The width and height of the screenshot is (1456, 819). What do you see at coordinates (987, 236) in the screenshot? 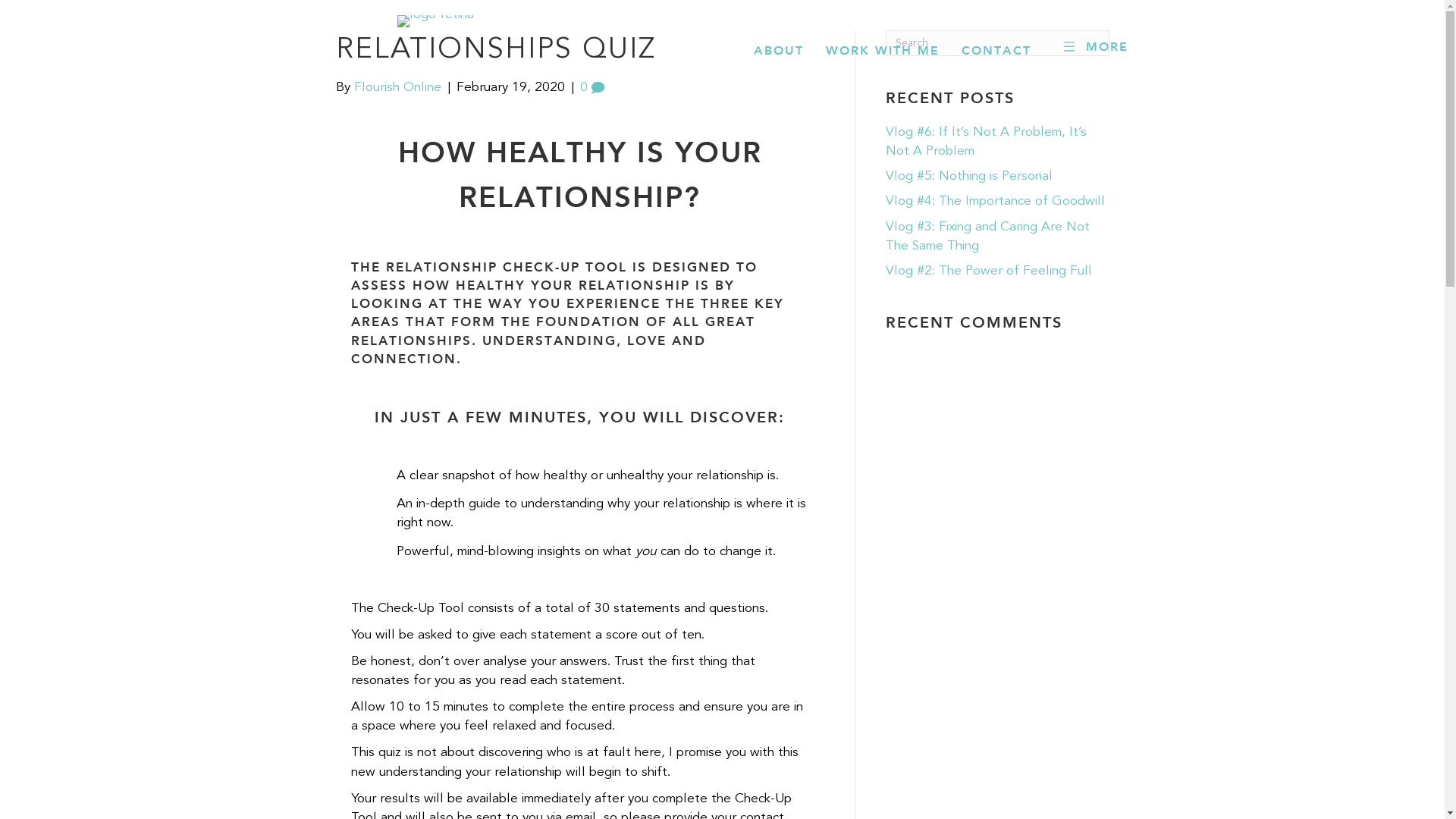
I see `'Vlog #3: Fixing and Caring Are Not The Same Thing'` at bounding box center [987, 236].